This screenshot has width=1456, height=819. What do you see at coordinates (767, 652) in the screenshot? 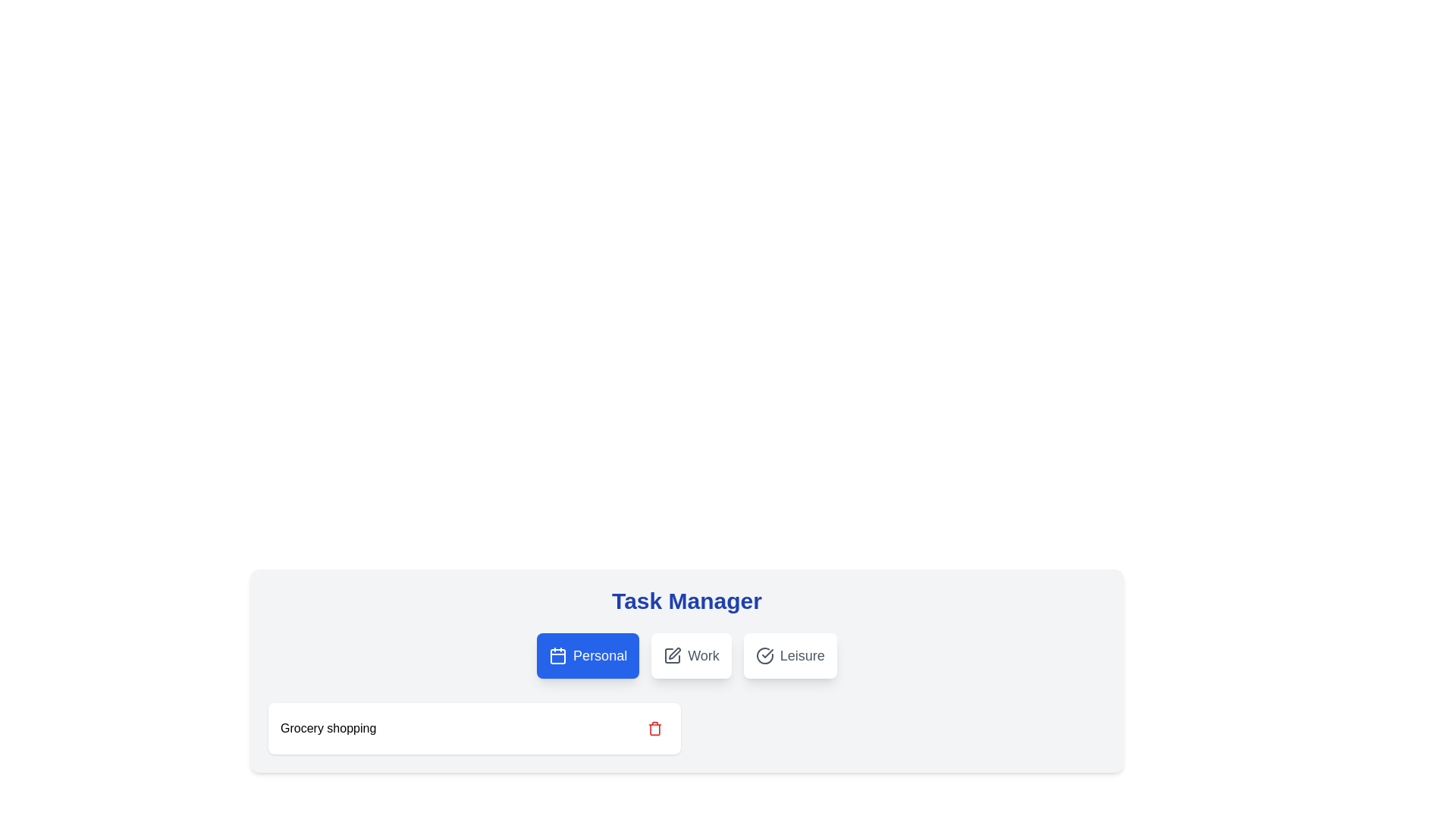
I see `the inner checkmark graphic of the circular checkmark icon, which indicates confirmation or selection, located near the 'Leisure' button` at bounding box center [767, 652].